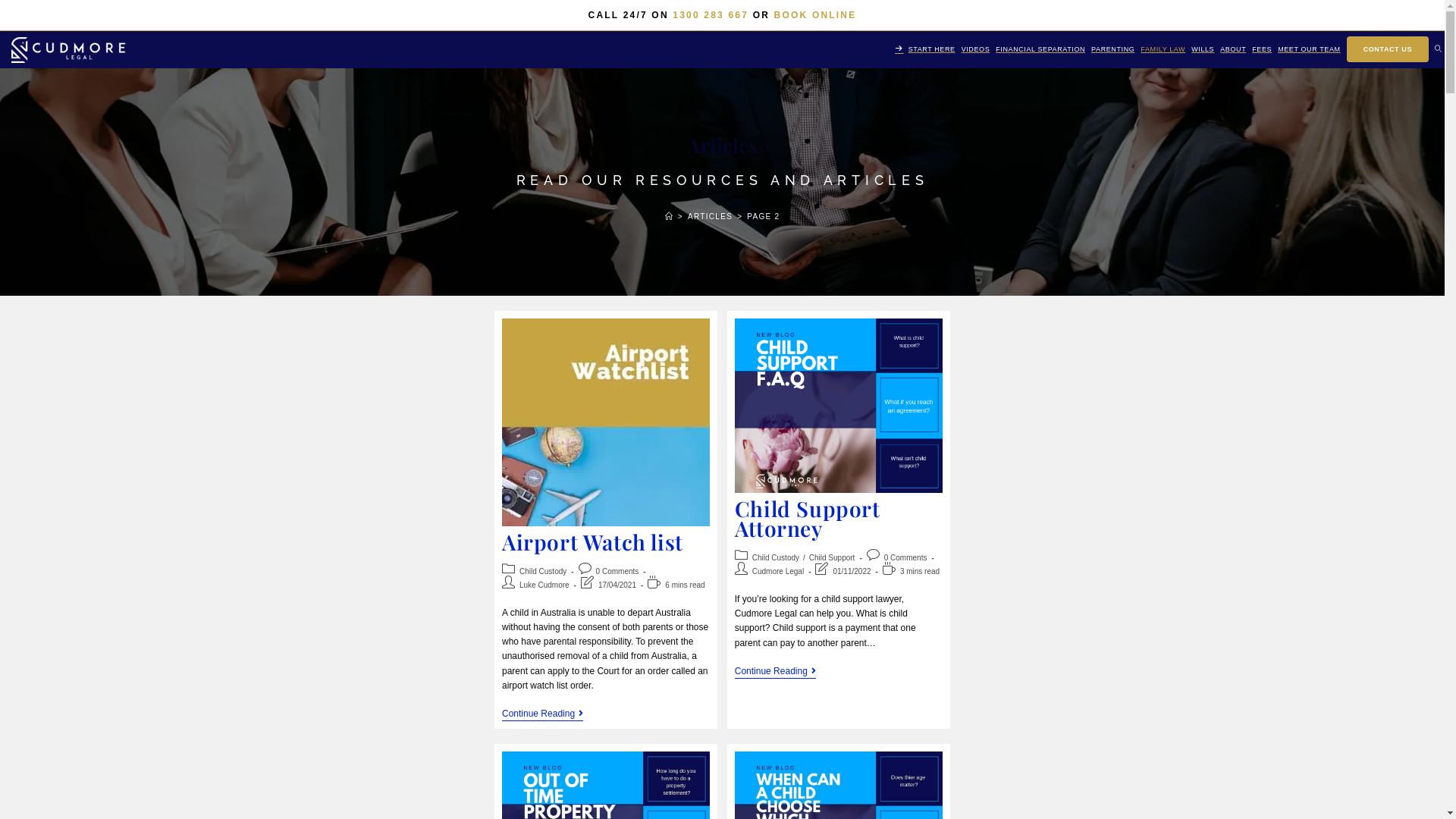 The image size is (1456, 819). Describe the element at coordinates (1233, 49) in the screenshot. I see `'ABOUT'` at that location.